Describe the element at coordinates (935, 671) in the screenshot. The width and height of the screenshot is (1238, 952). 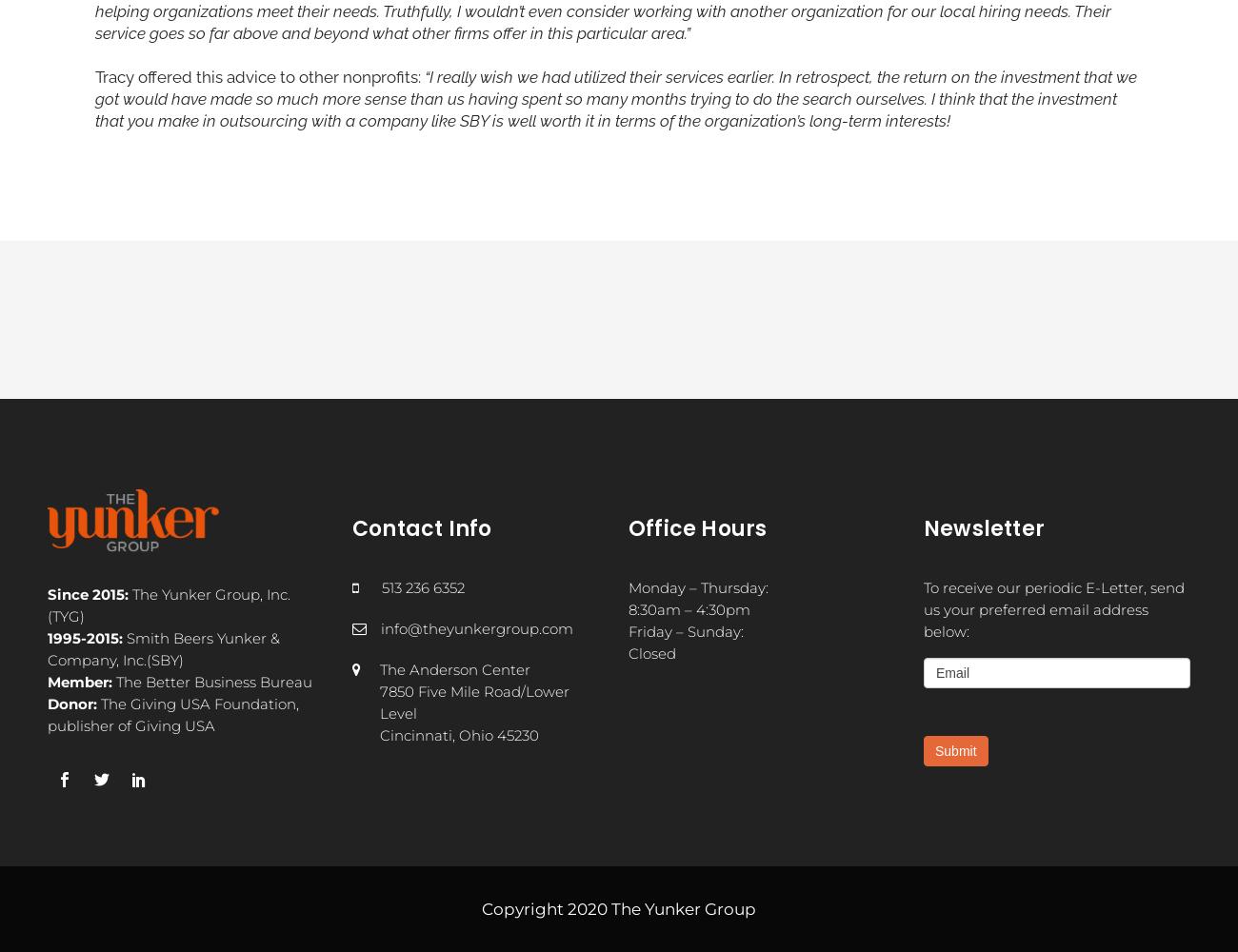
I see `'Email'` at that location.